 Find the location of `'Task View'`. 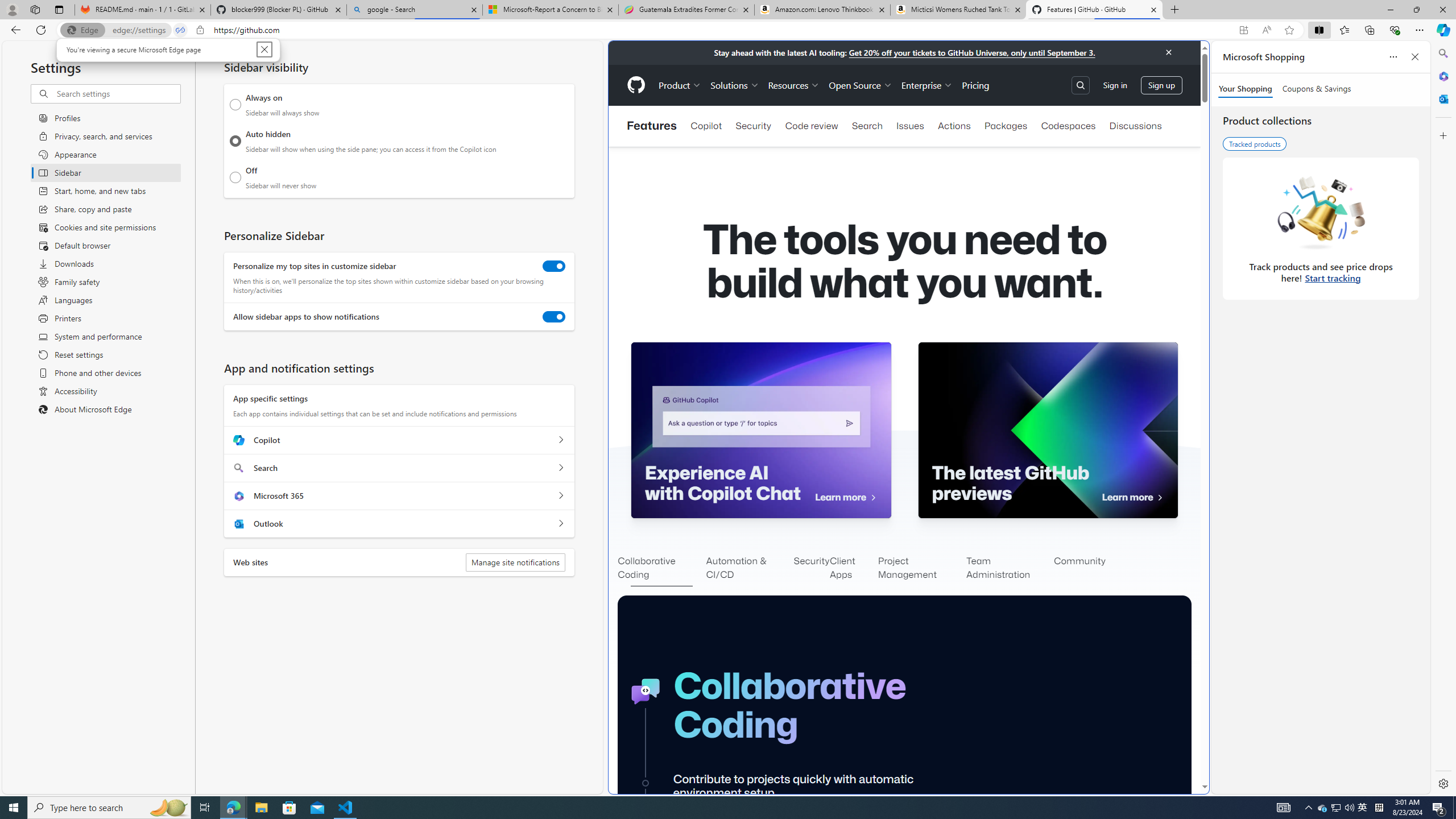

'Task View' is located at coordinates (204, 806).